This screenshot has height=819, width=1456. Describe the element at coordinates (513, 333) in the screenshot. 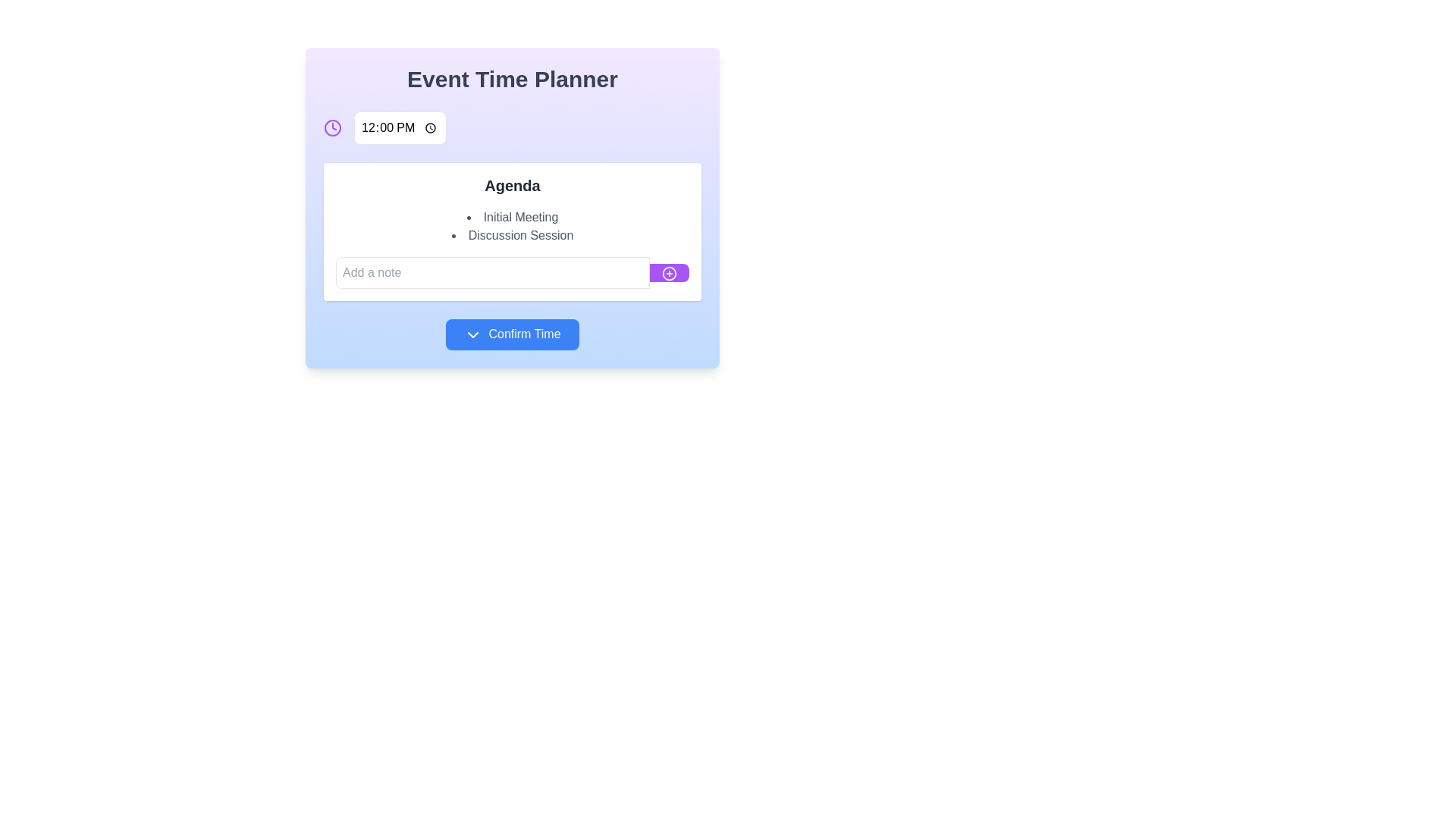

I see `the rectangular blue button labeled 'Confirm Time' with a downward arrow icon, located at the bottom center of the 'Event Time Planner' card to experience the hover effect` at that location.